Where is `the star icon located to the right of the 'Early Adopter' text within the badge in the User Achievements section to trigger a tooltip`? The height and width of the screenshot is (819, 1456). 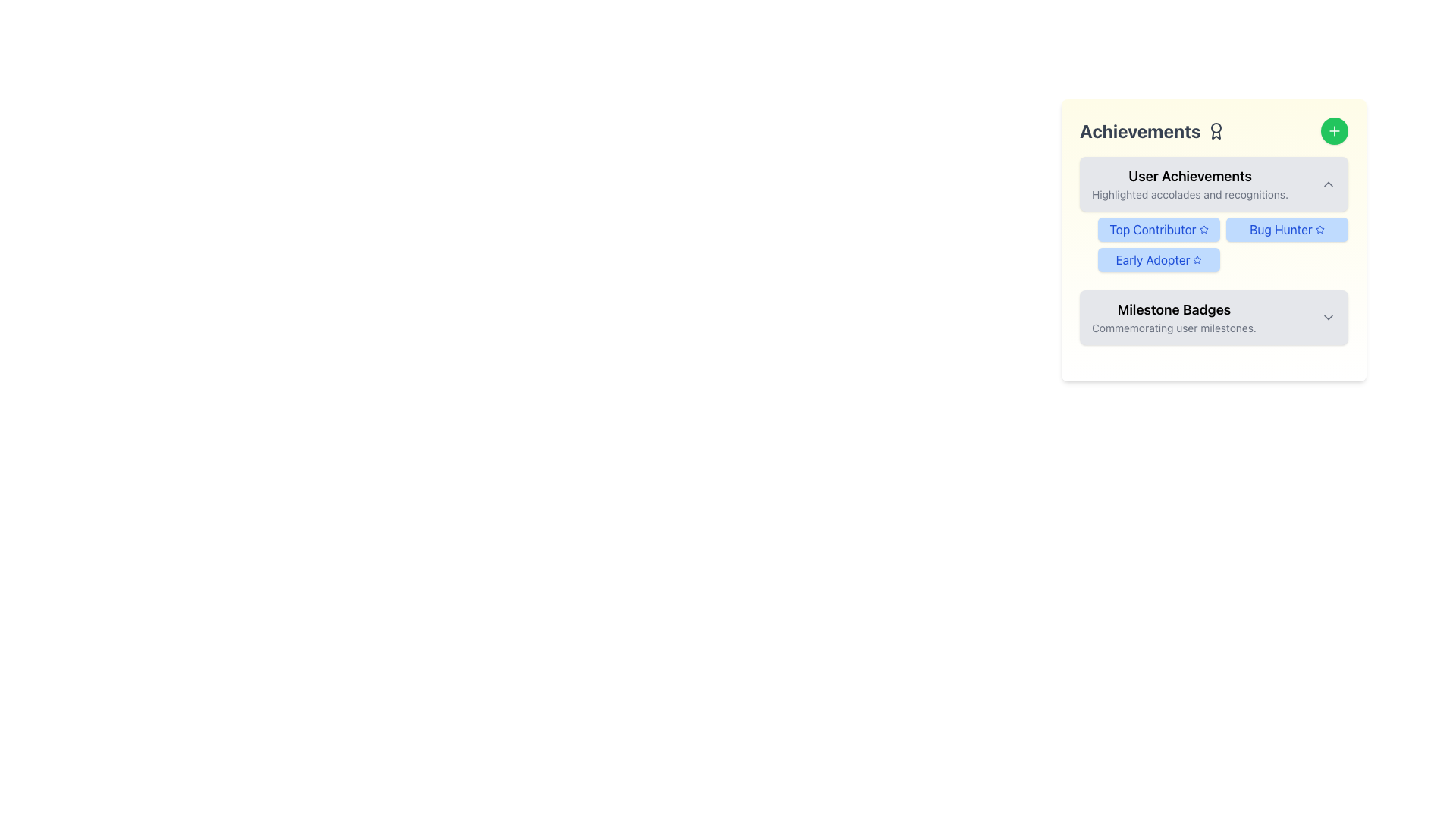
the star icon located to the right of the 'Early Adopter' text within the badge in the User Achievements section to trigger a tooltip is located at coordinates (1197, 259).